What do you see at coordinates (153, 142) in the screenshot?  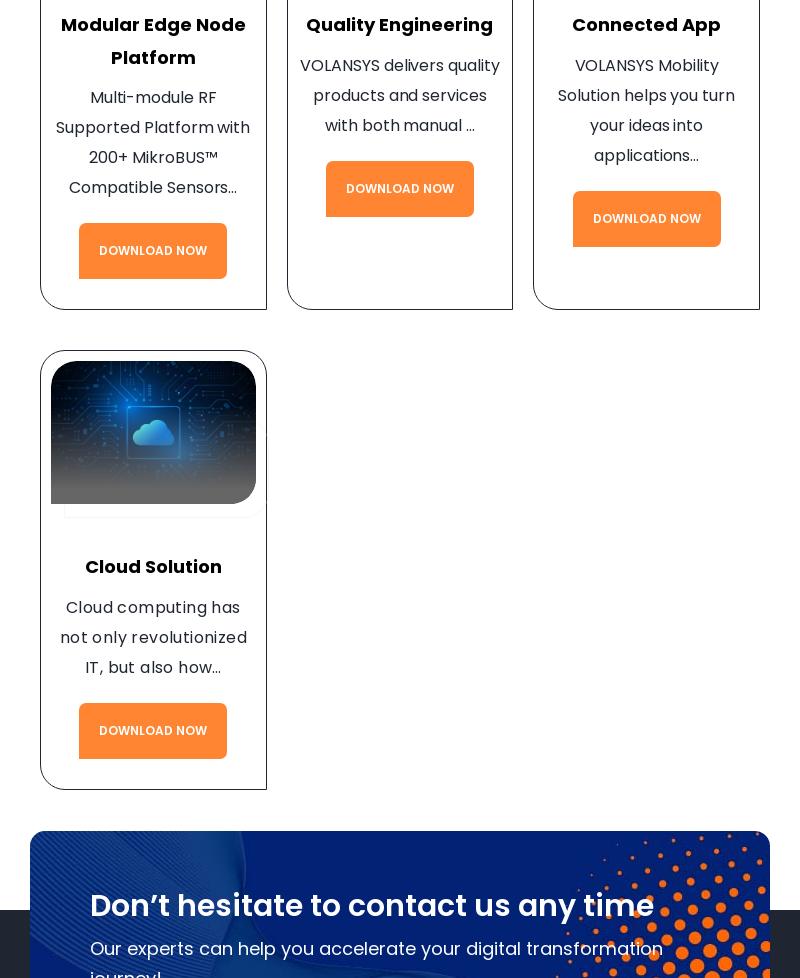 I see `'Multi-module RF Supported Platform with 200+ MikroBUS™ Compatible Sensors…'` at bounding box center [153, 142].